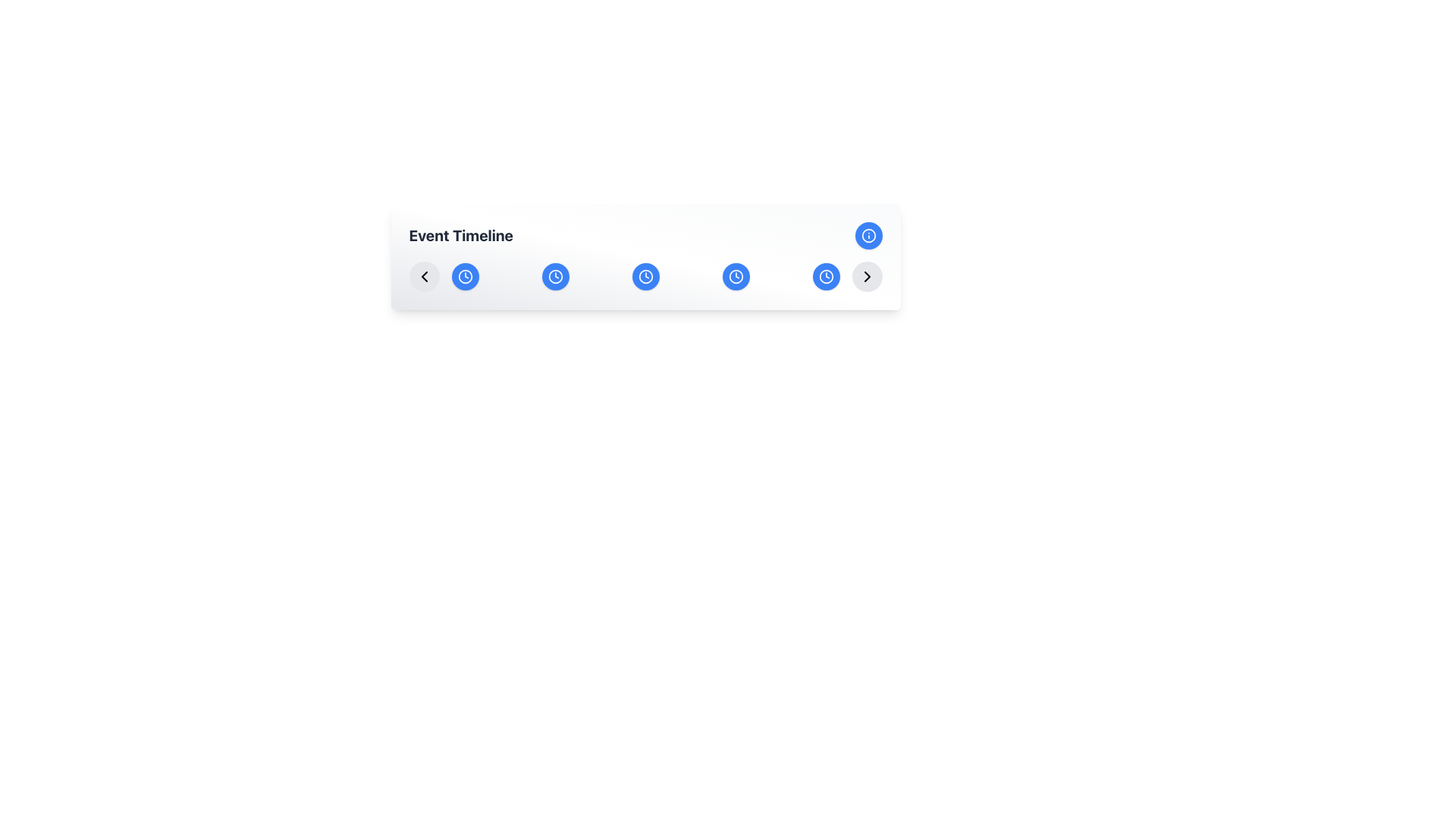 This screenshot has height=819, width=1456. What do you see at coordinates (867, 277) in the screenshot?
I see `the rightmost button in the navigation row` at bounding box center [867, 277].